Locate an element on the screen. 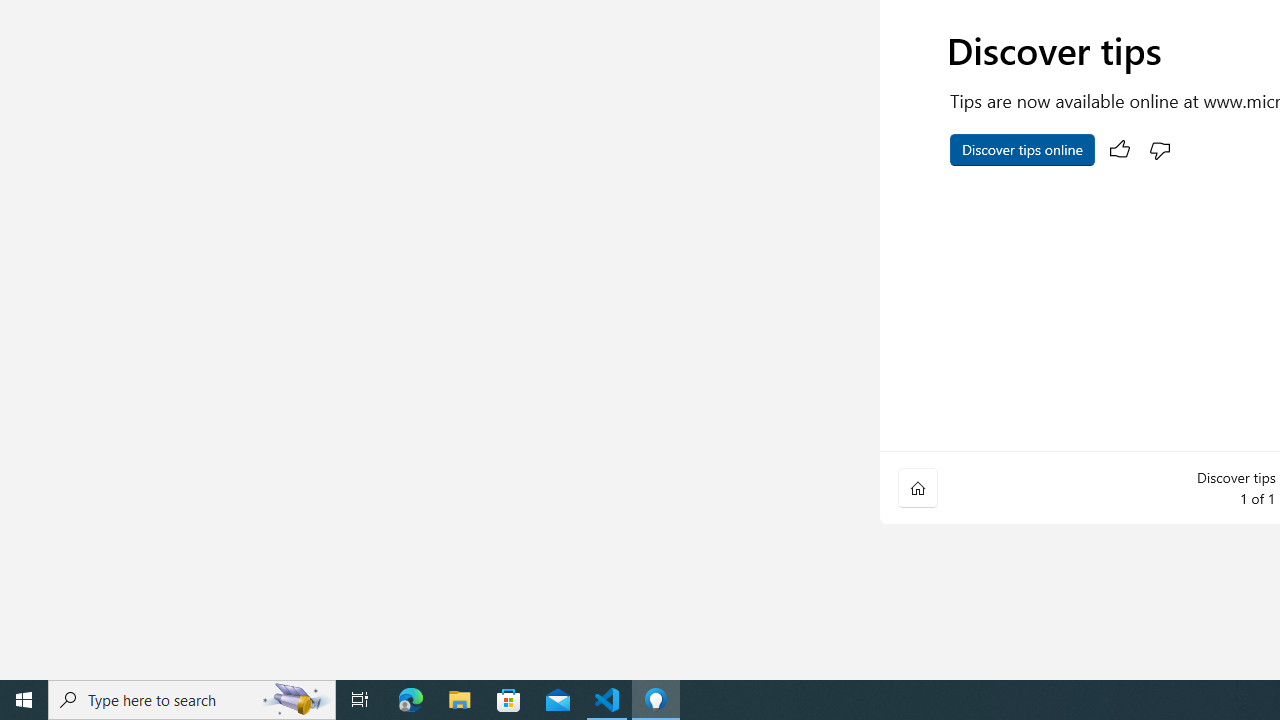 The height and width of the screenshot is (720, 1280). 'Discover tips online' is located at coordinates (1022, 149).